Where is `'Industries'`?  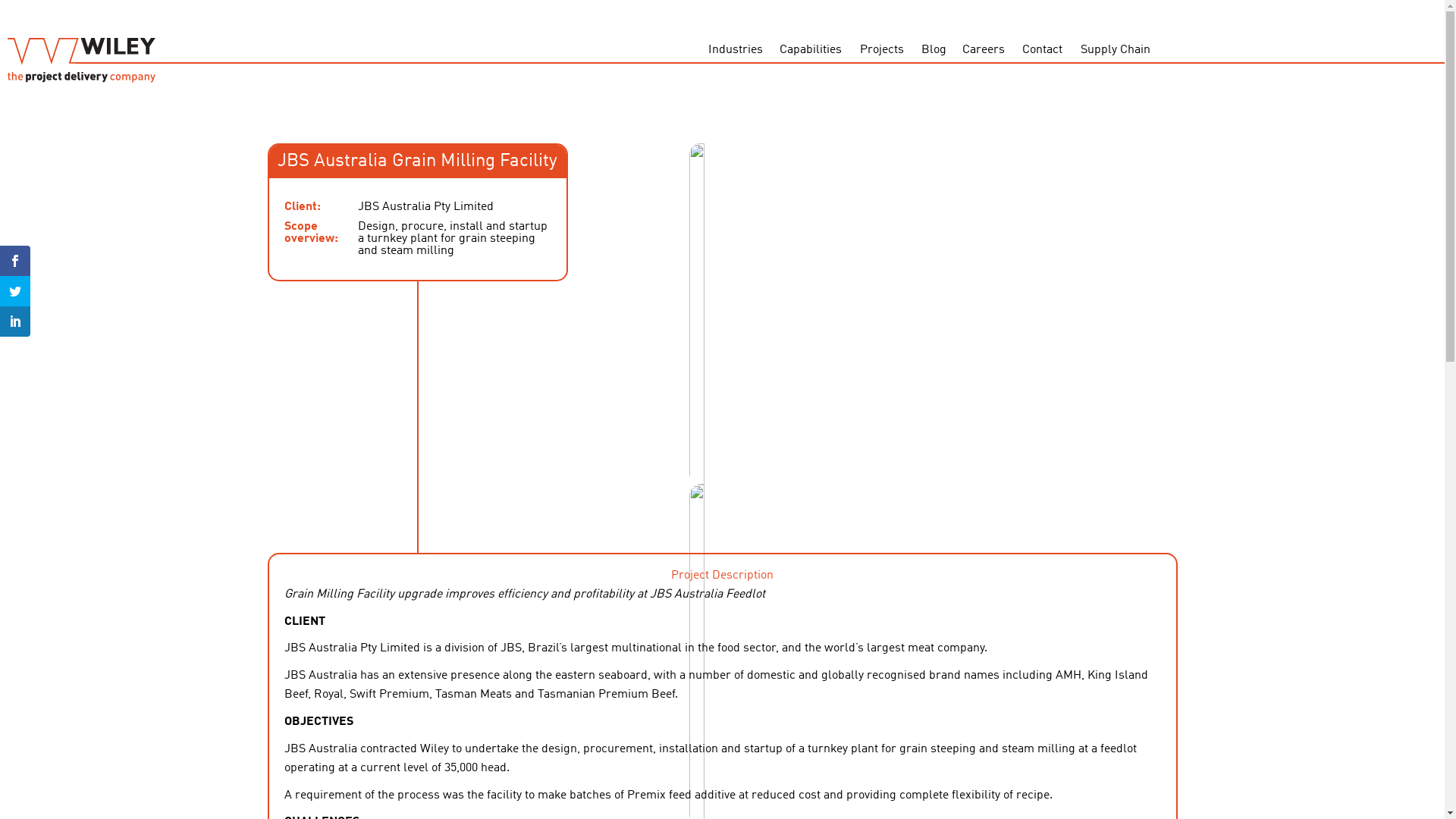 'Industries' is located at coordinates (736, 49).